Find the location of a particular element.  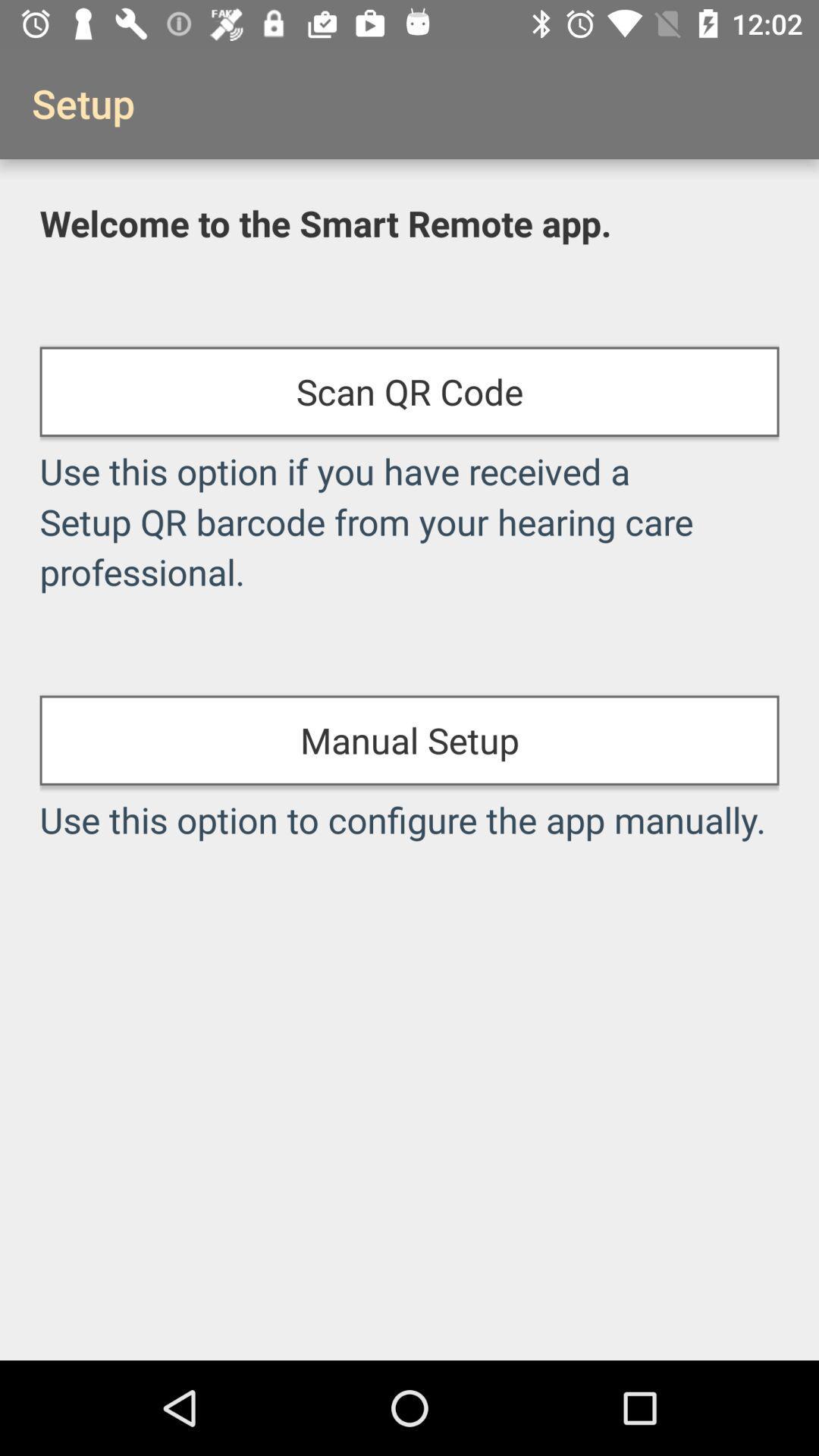

scan qr code is located at coordinates (409, 391).